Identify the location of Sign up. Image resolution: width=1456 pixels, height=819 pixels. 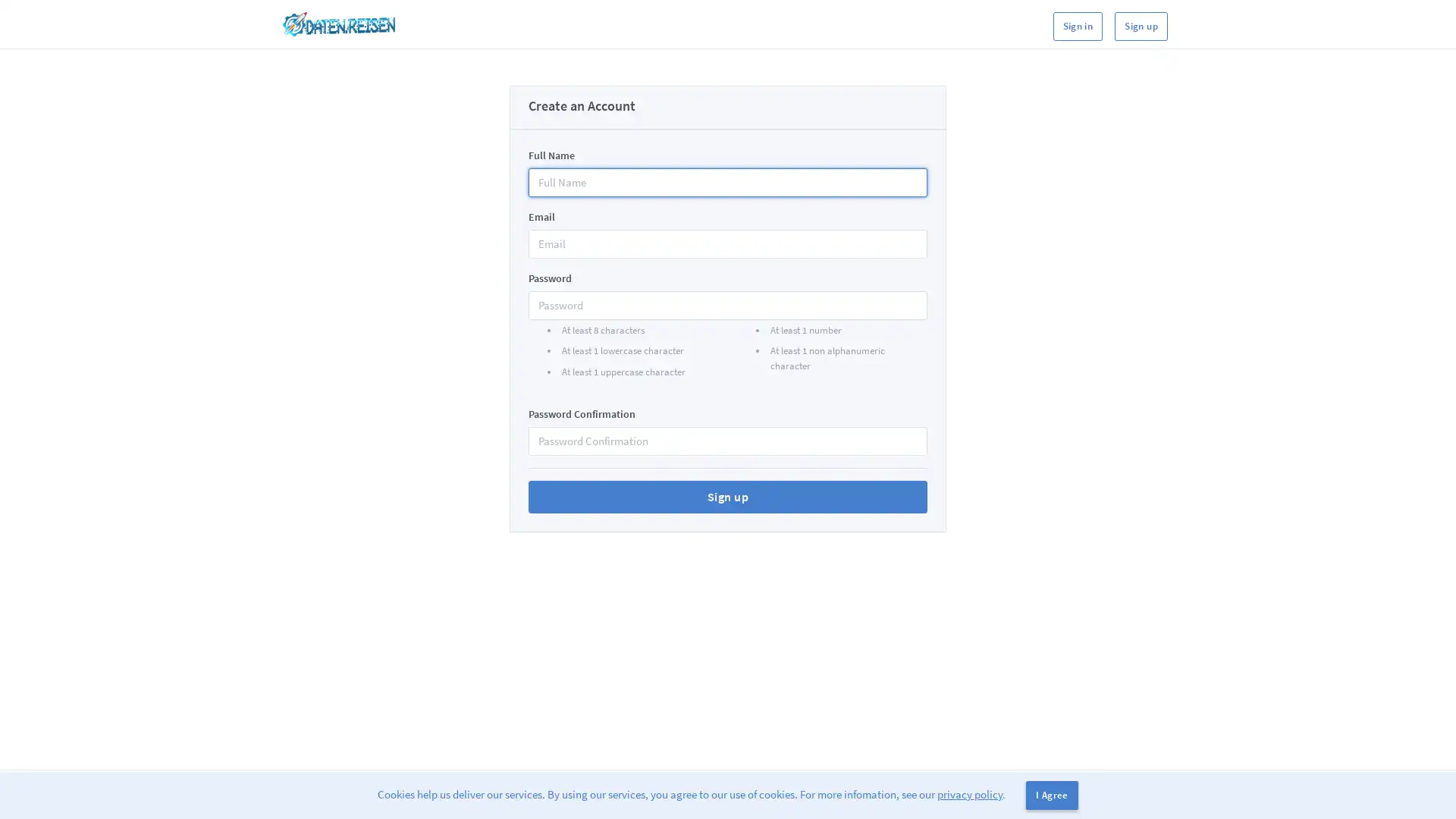
(728, 497).